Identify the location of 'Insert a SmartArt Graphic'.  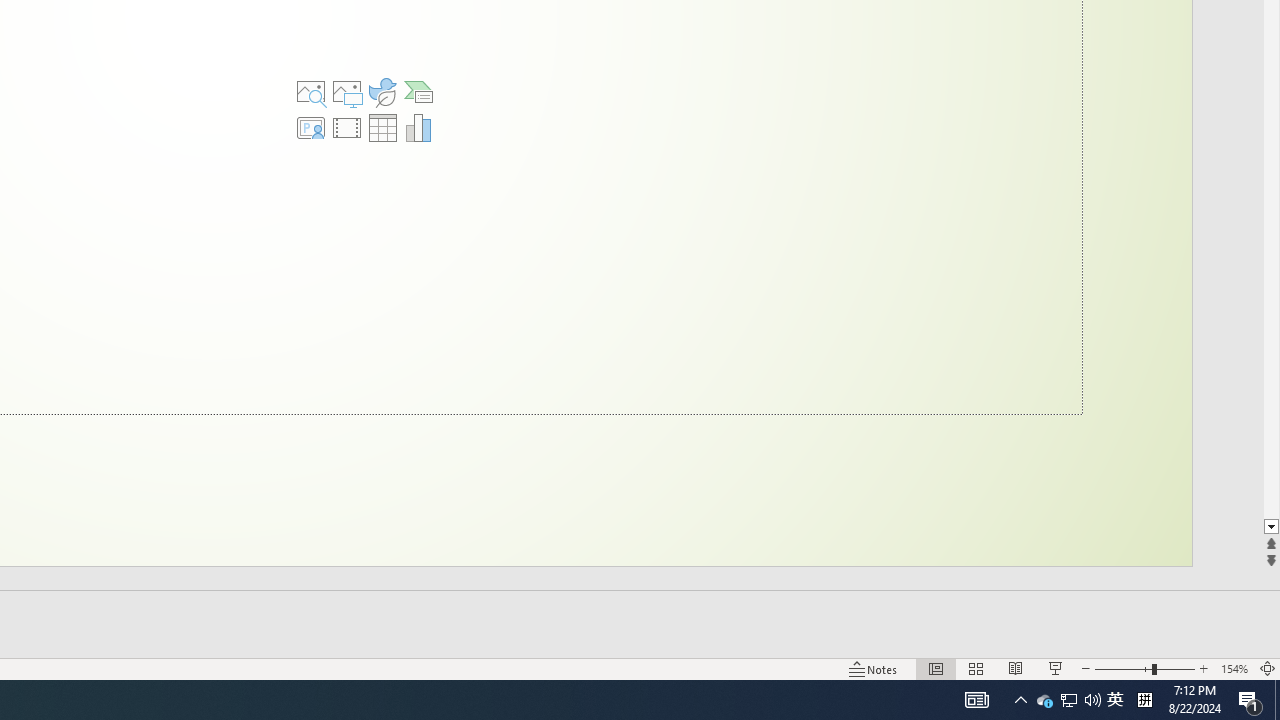
(418, 92).